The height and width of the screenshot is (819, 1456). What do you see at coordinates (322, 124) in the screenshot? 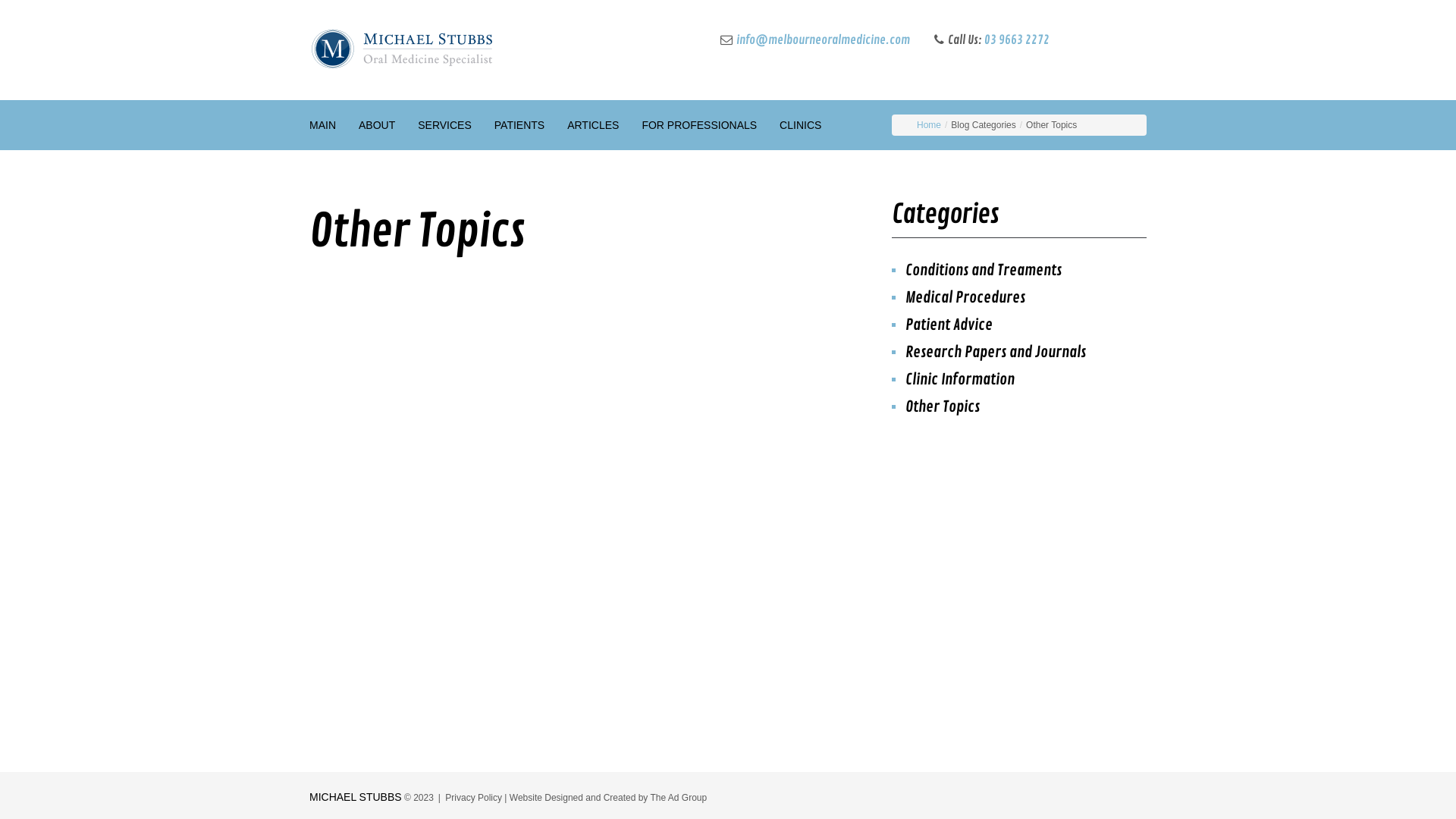
I see `'MAIN'` at bounding box center [322, 124].